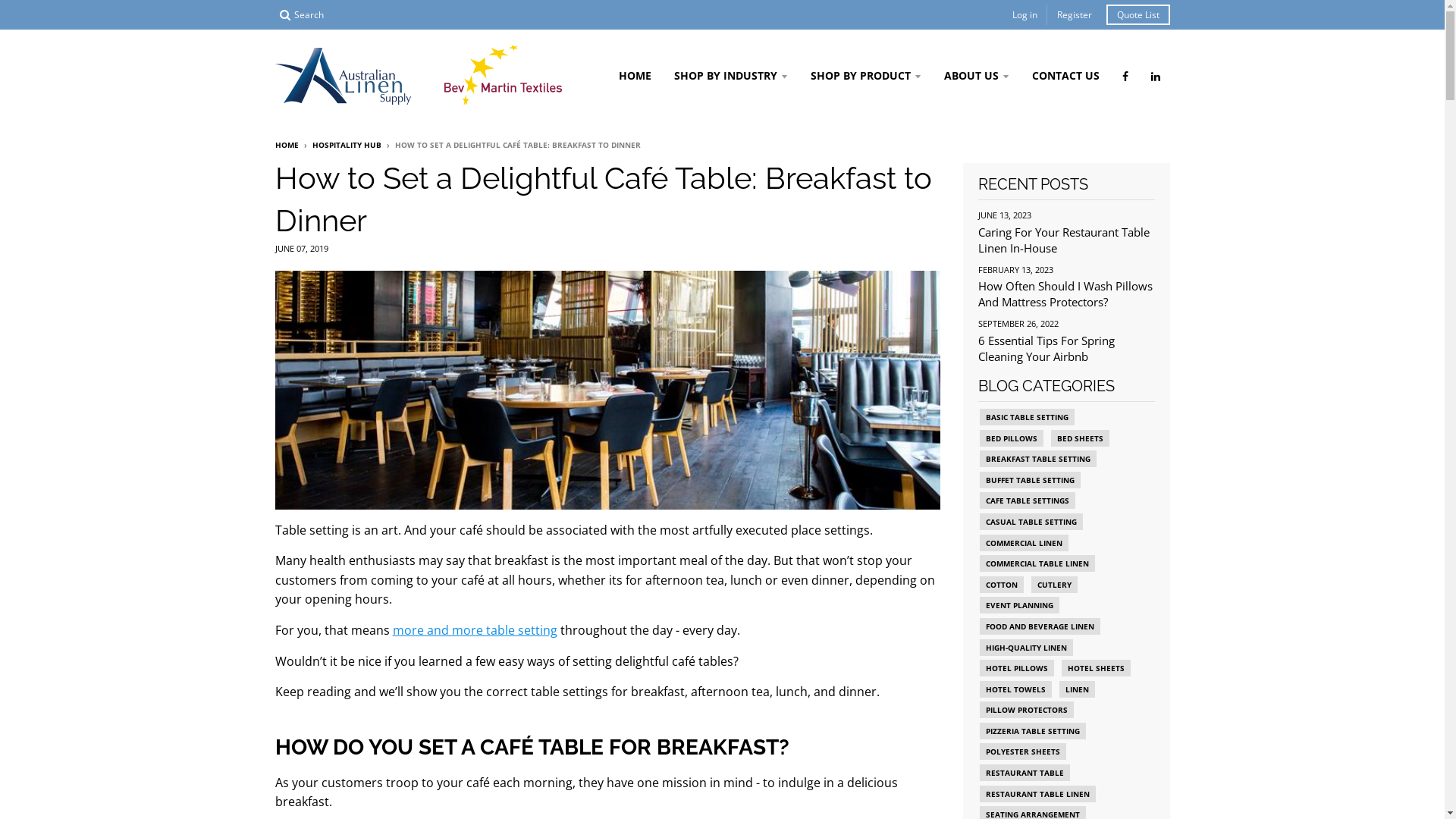 This screenshot has height=819, width=1456. What do you see at coordinates (474, 629) in the screenshot?
I see `'more and more table setting'` at bounding box center [474, 629].